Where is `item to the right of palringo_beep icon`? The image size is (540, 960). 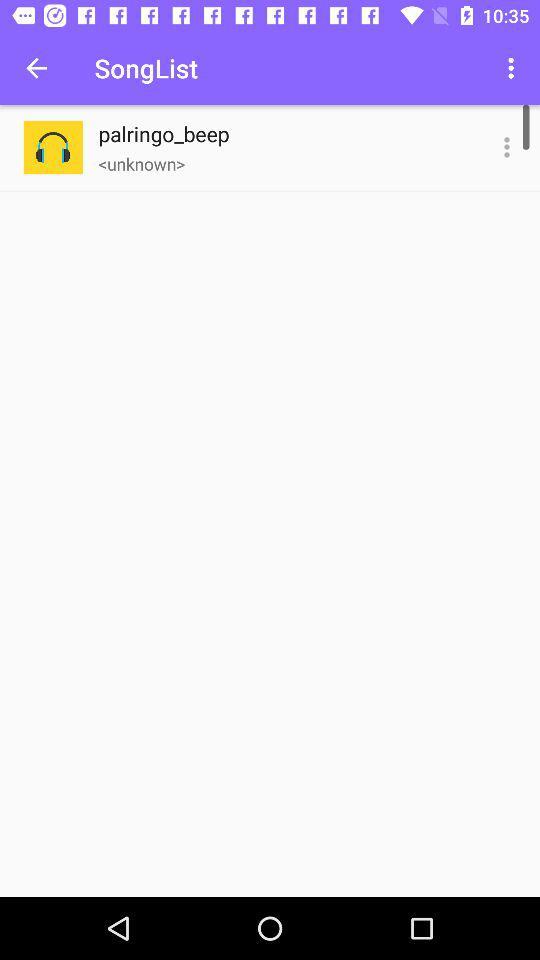 item to the right of palringo_beep icon is located at coordinates (507, 146).